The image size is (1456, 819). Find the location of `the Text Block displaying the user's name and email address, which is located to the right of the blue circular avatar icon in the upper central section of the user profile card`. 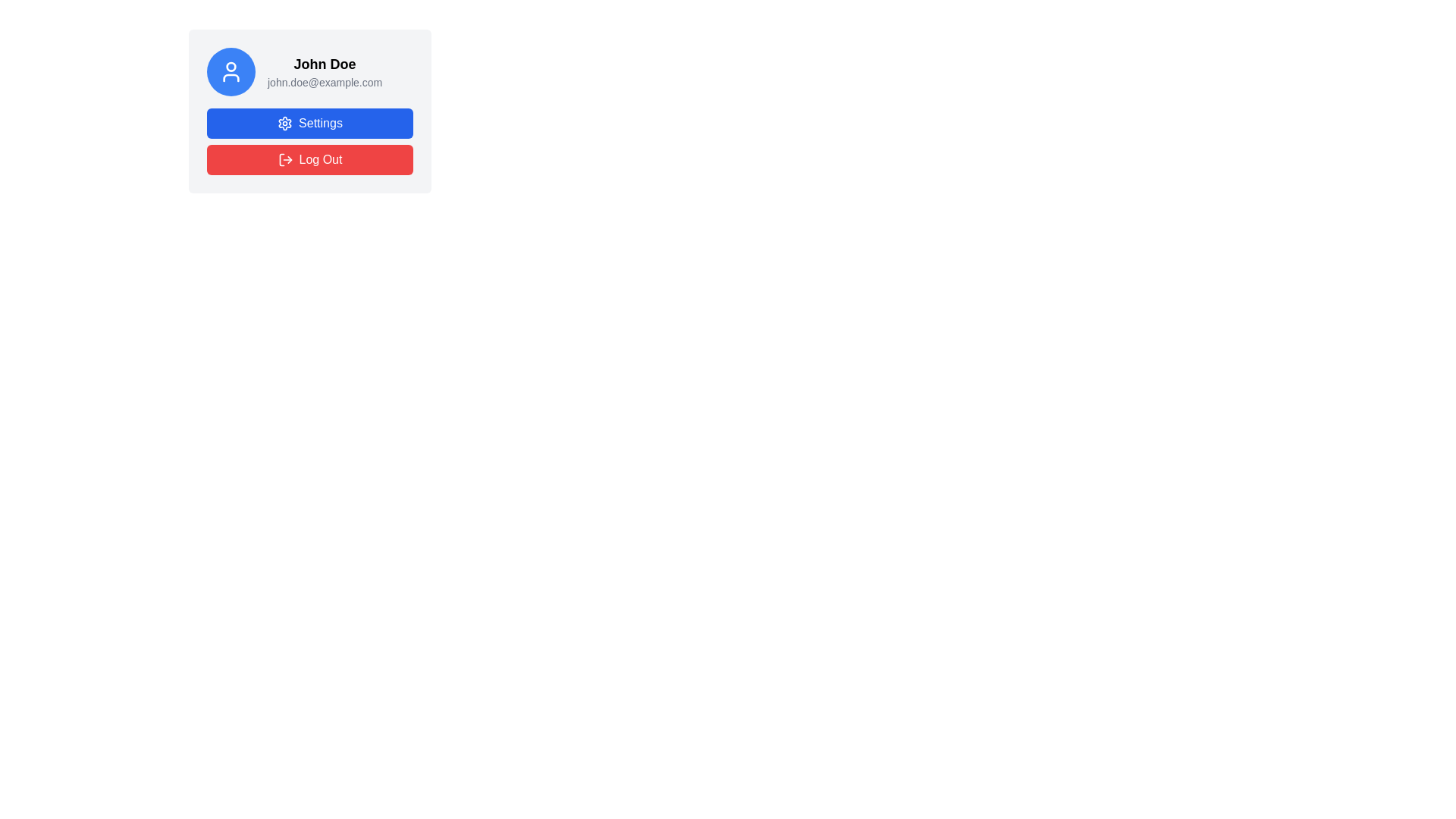

the Text Block displaying the user's name and email address, which is located to the right of the blue circular avatar icon in the upper central section of the user profile card is located at coordinates (324, 72).